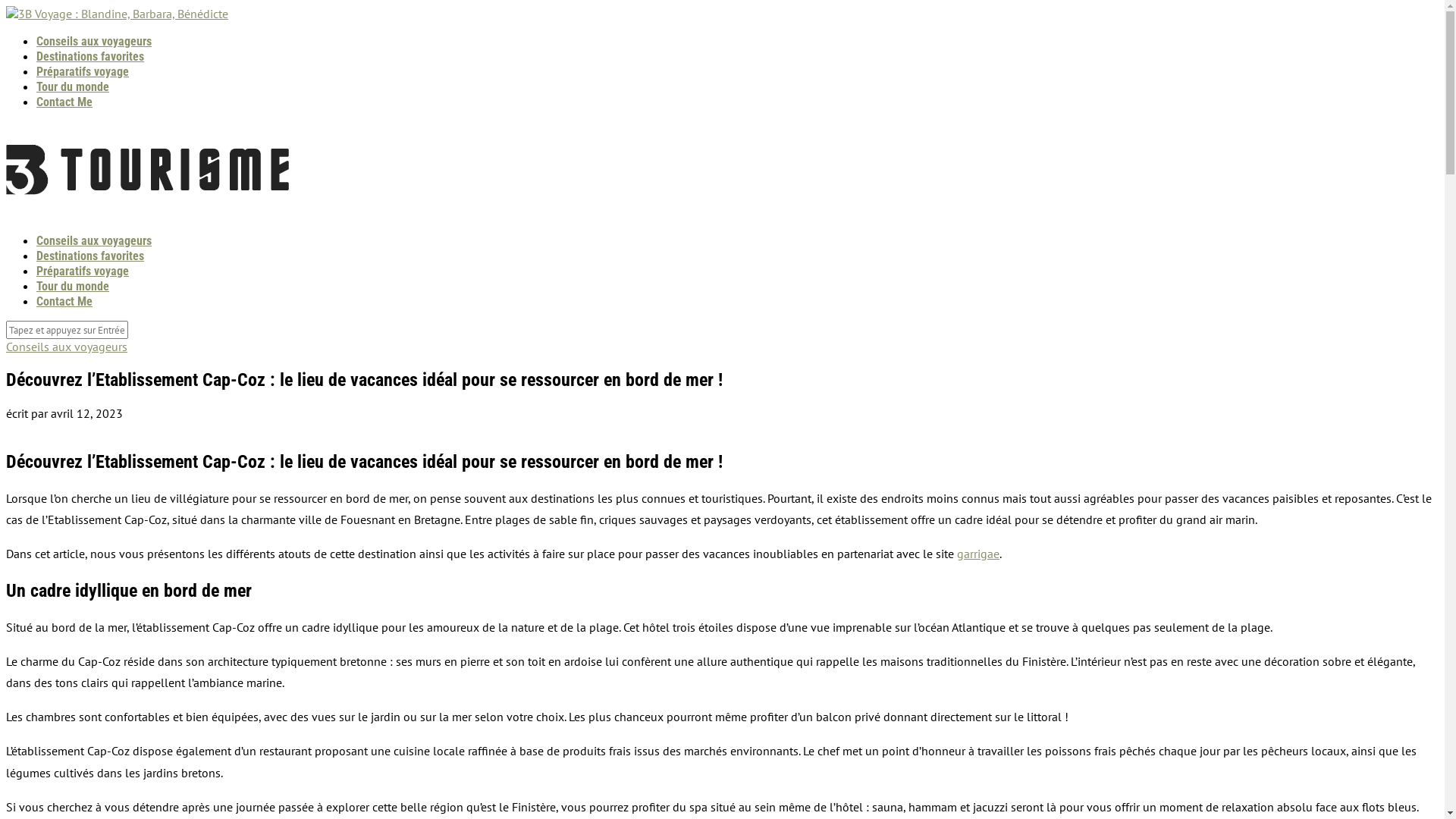 The height and width of the screenshot is (819, 1456). Describe the element at coordinates (72, 86) in the screenshot. I see `'Tour du monde'` at that location.